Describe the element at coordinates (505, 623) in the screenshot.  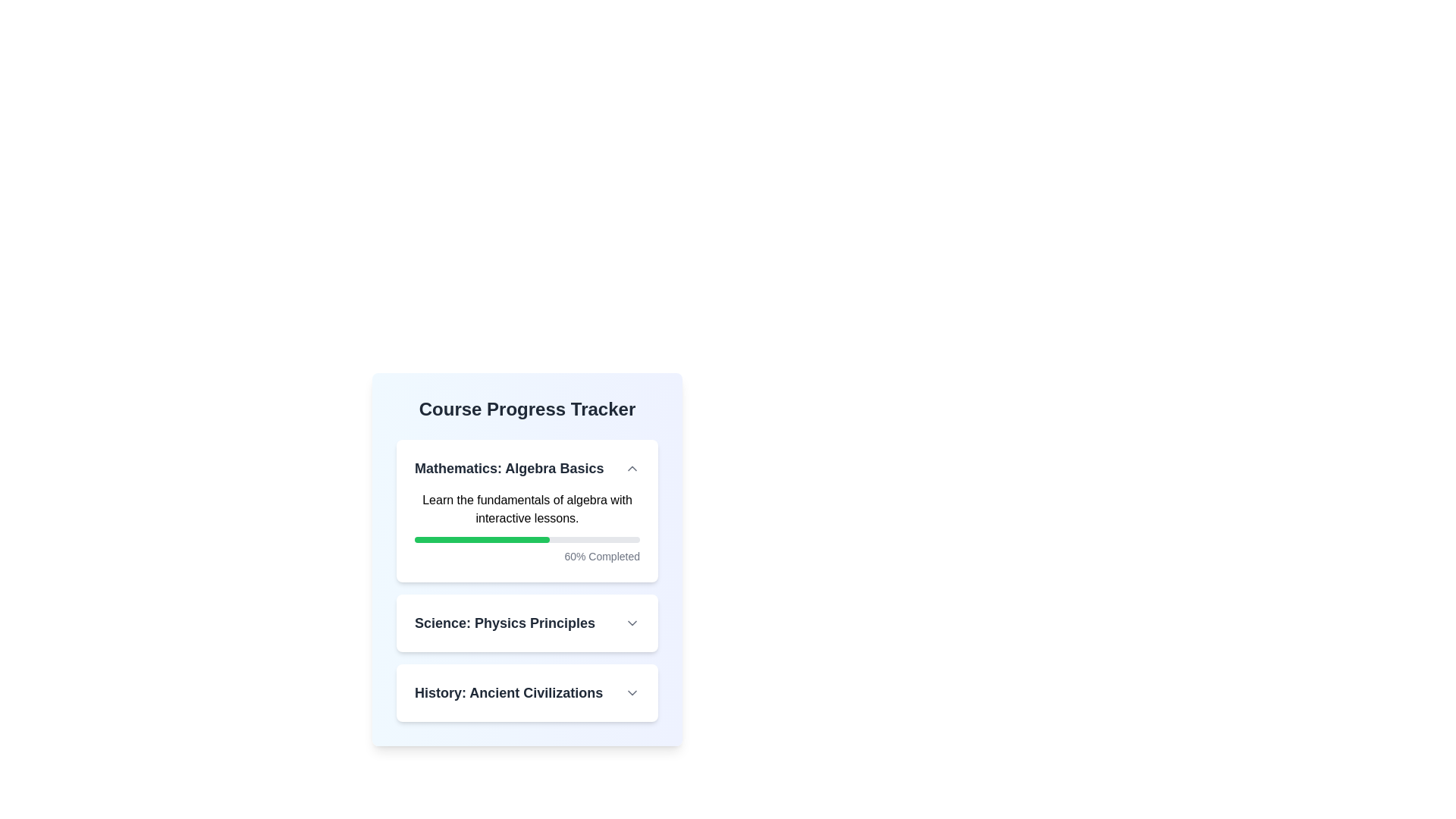
I see `text element displaying 'Science: Physics Principles' which is styled in bold and dark gray, located directly under the 'Mathematics: Algebra Basics' section in the 'Course Progress Tracker'` at that location.